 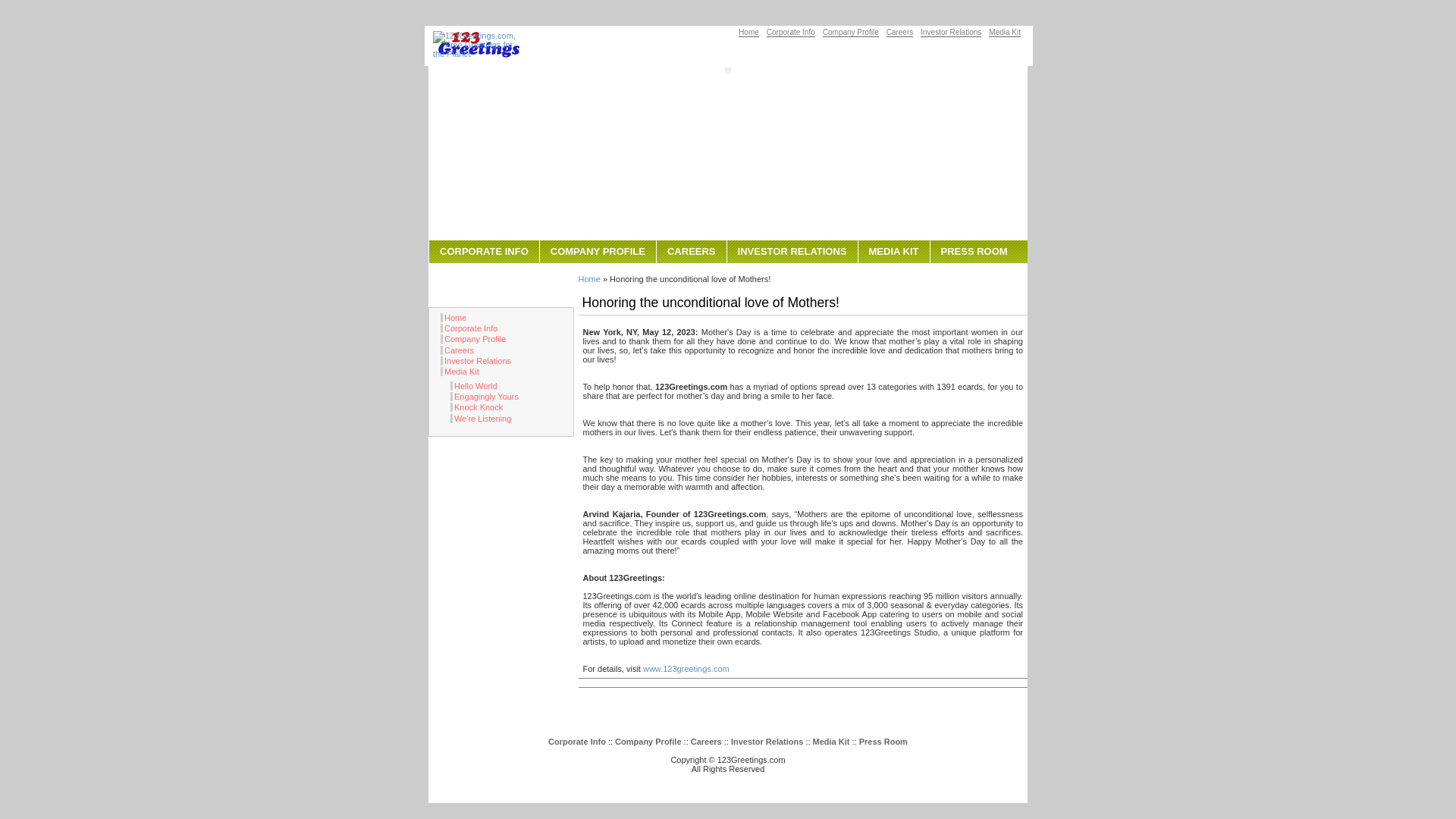 What do you see at coordinates (974, 250) in the screenshot?
I see `'PRESS ROOM'` at bounding box center [974, 250].